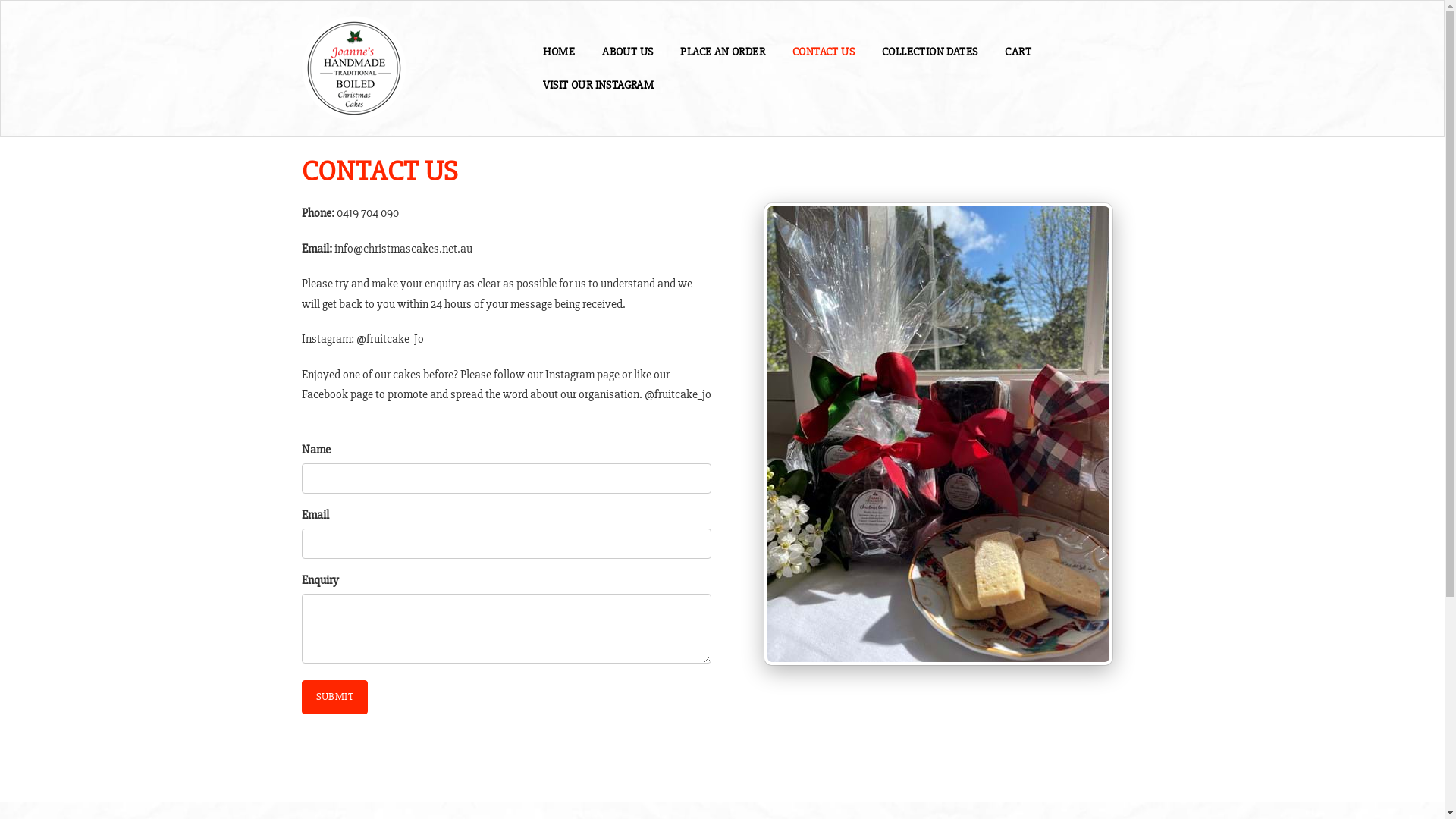 This screenshot has width=1456, height=819. What do you see at coordinates (598, 84) in the screenshot?
I see `'VISIT OUR INSTAGRAM'` at bounding box center [598, 84].